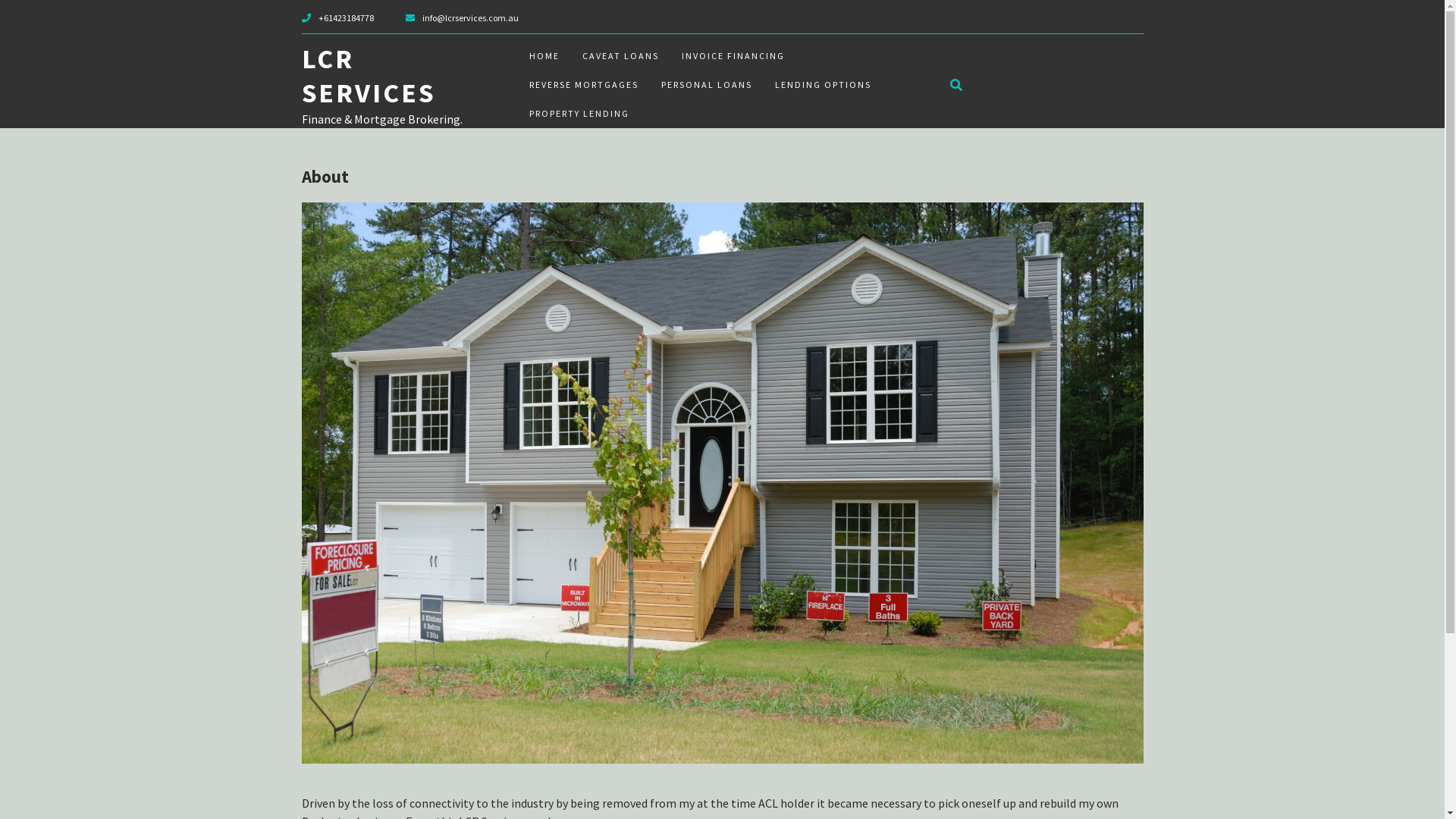 Image resolution: width=1456 pixels, height=819 pixels. Describe the element at coordinates (705, 84) in the screenshot. I see `'PERSONAL LOANS'` at that location.